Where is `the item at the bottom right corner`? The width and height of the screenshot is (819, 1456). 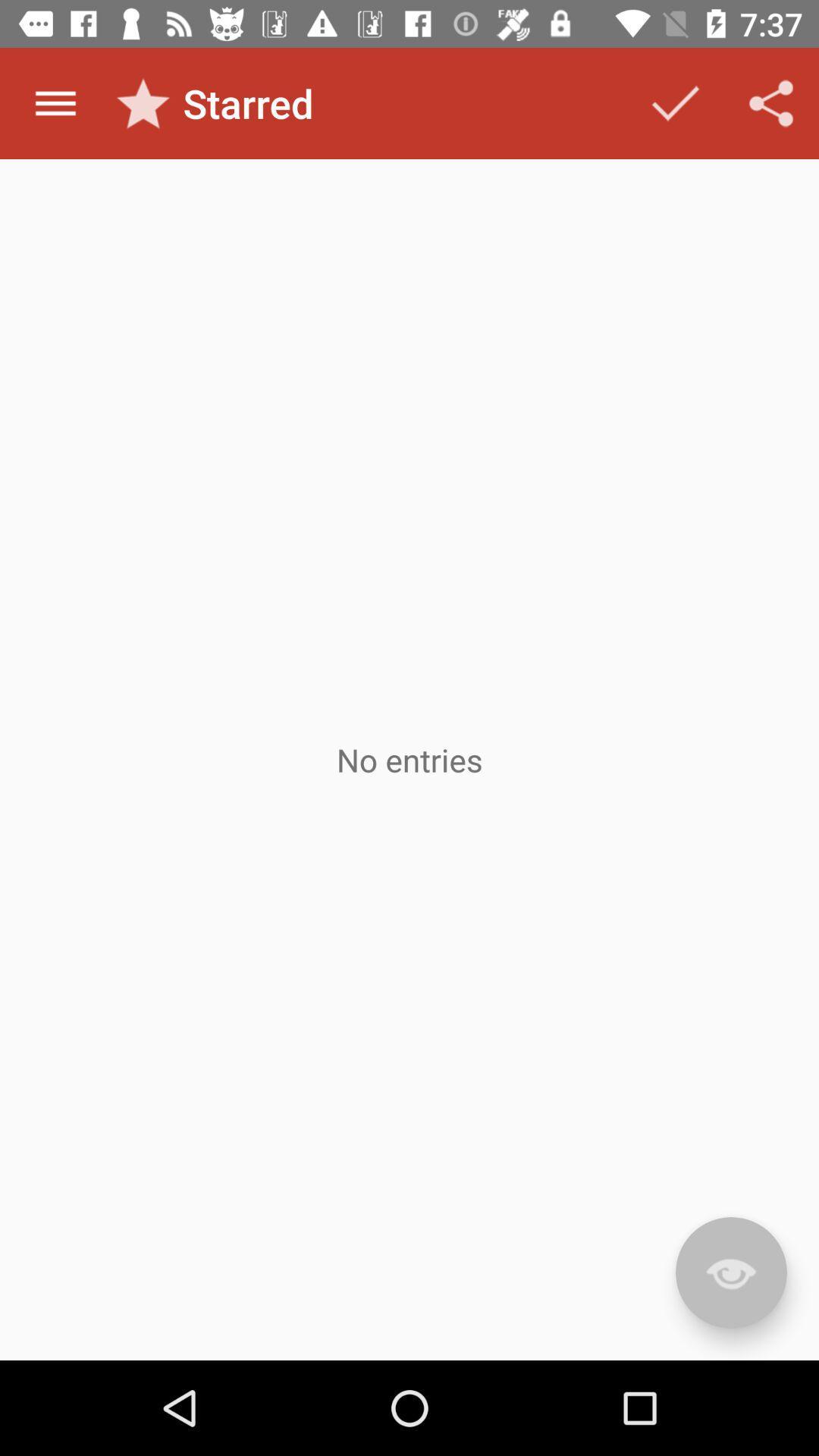
the item at the bottom right corner is located at coordinates (730, 1272).